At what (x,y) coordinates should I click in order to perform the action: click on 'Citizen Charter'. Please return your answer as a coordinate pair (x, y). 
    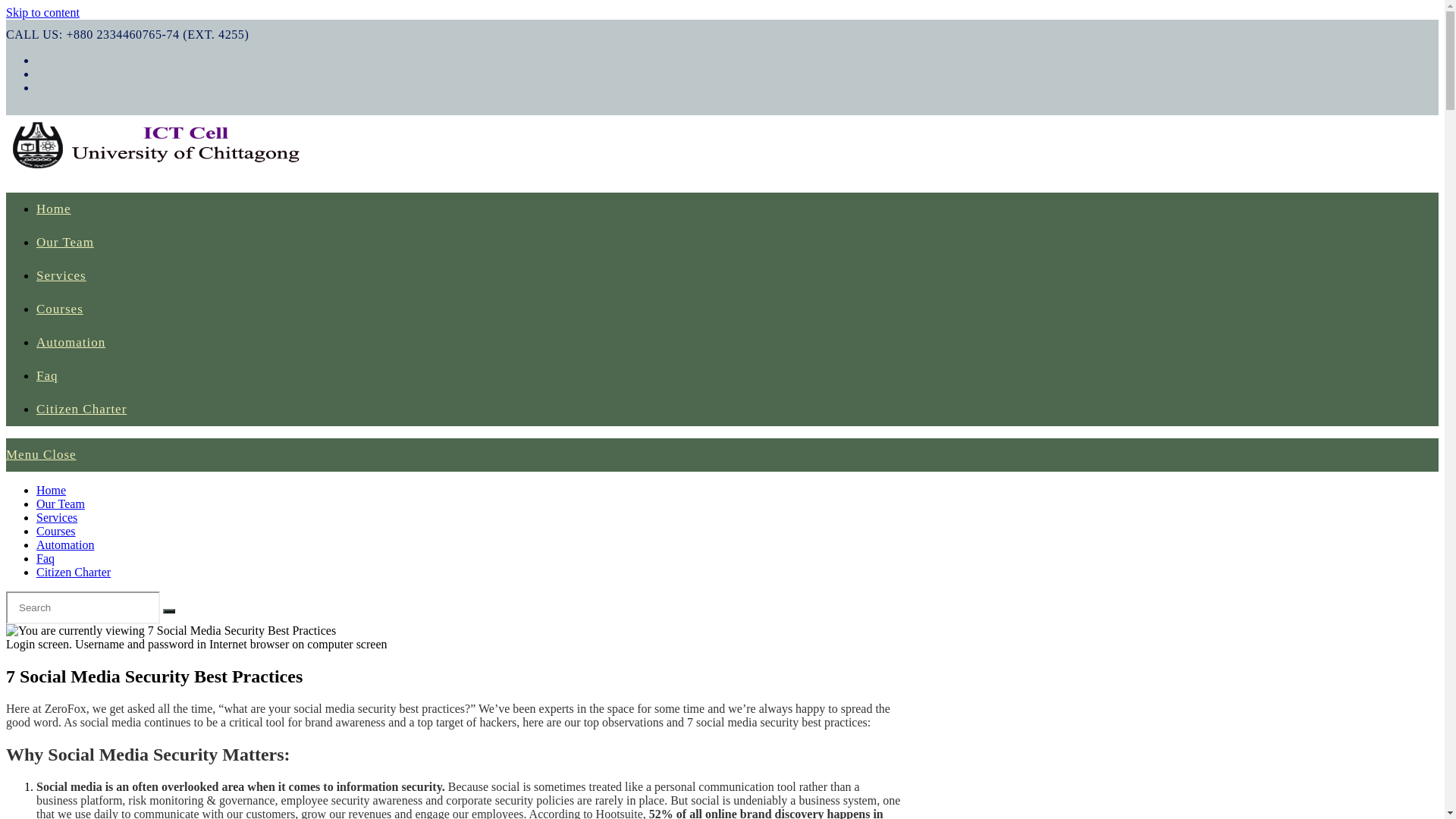
    Looking at the image, I should click on (80, 408).